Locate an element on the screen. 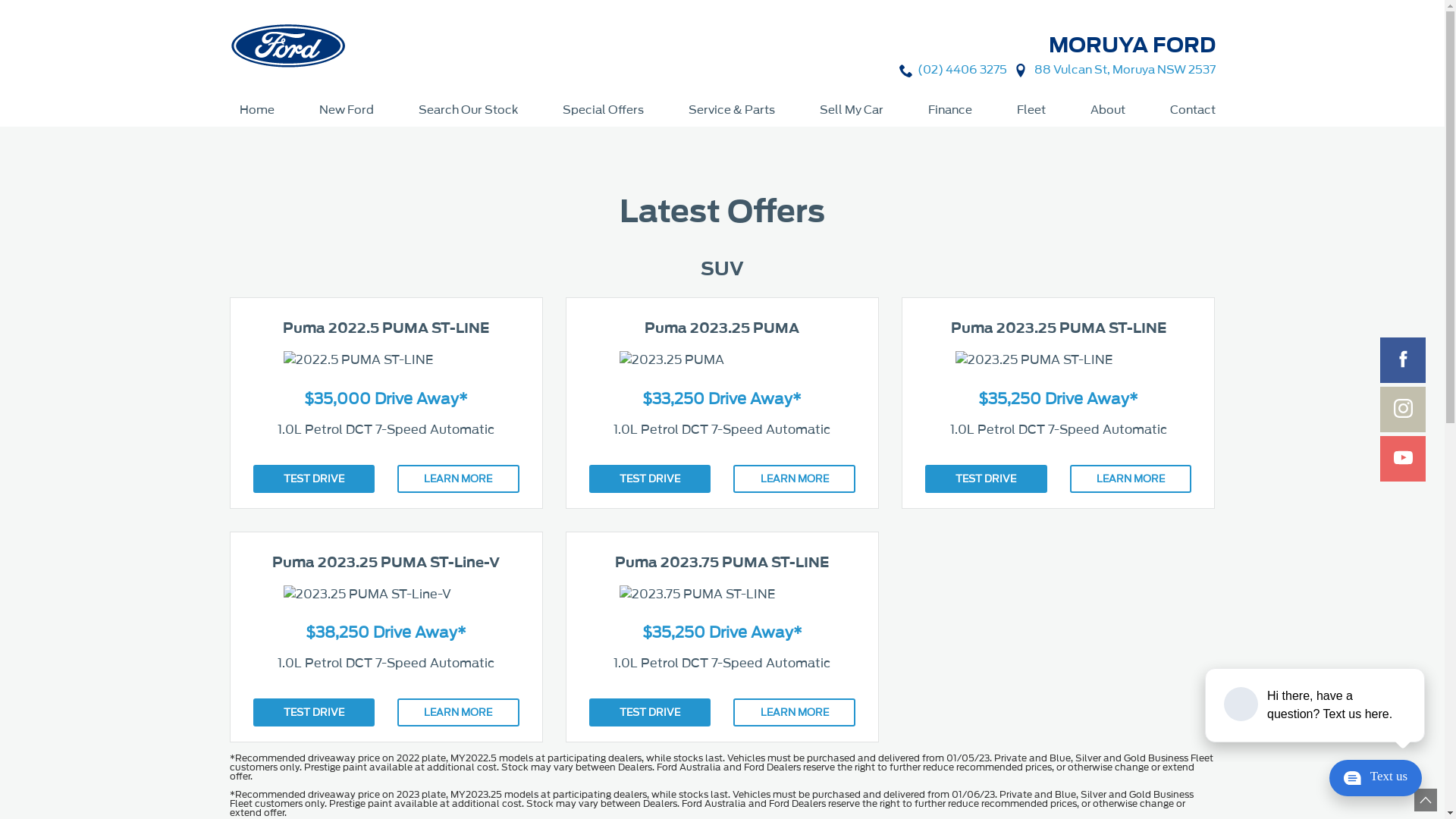 The width and height of the screenshot is (1456, 819). 'Service & Parts' is located at coordinates (731, 109).